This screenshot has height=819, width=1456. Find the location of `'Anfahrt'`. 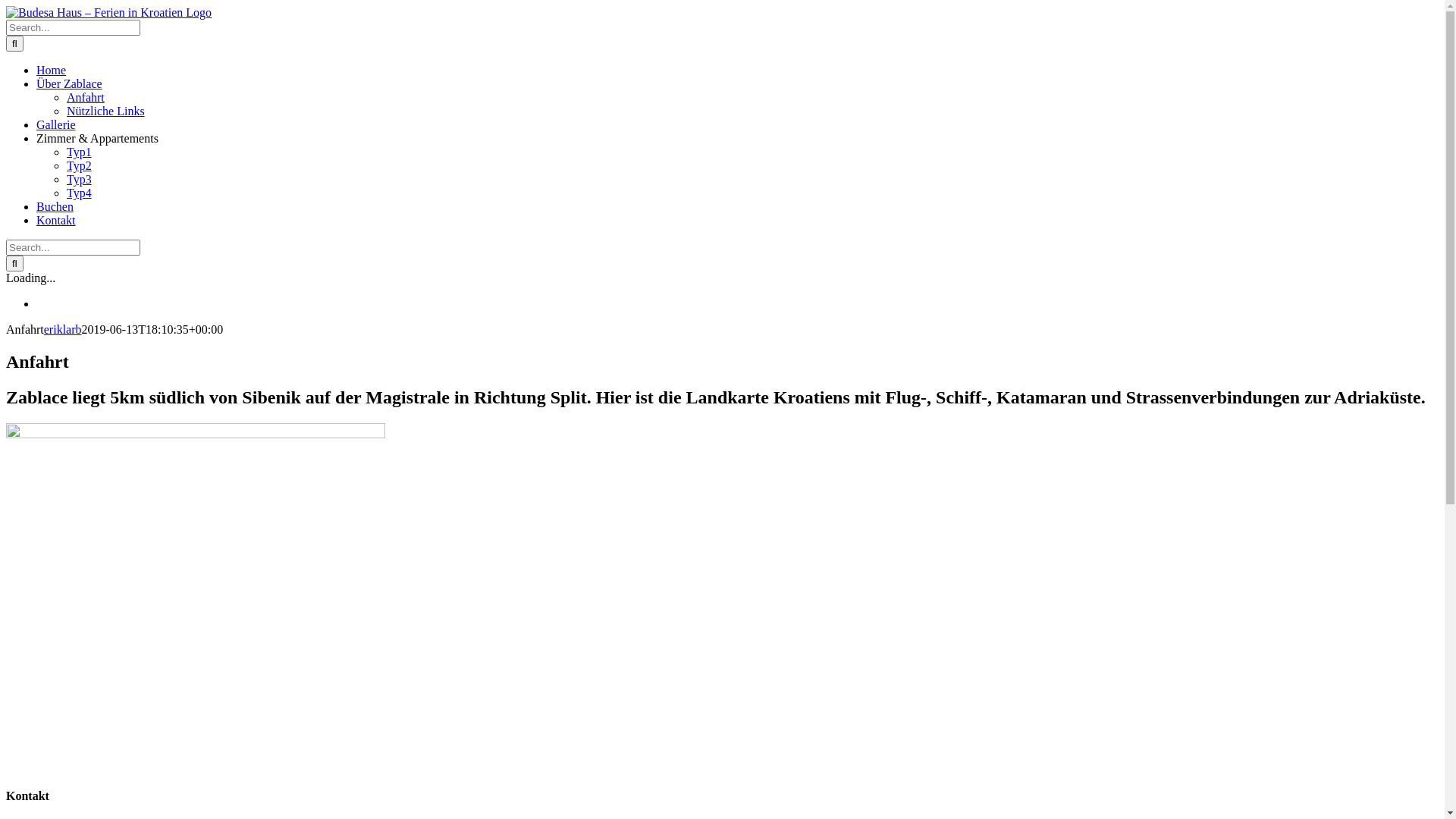

'Anfahrt' is located at coordinates (85, 97).